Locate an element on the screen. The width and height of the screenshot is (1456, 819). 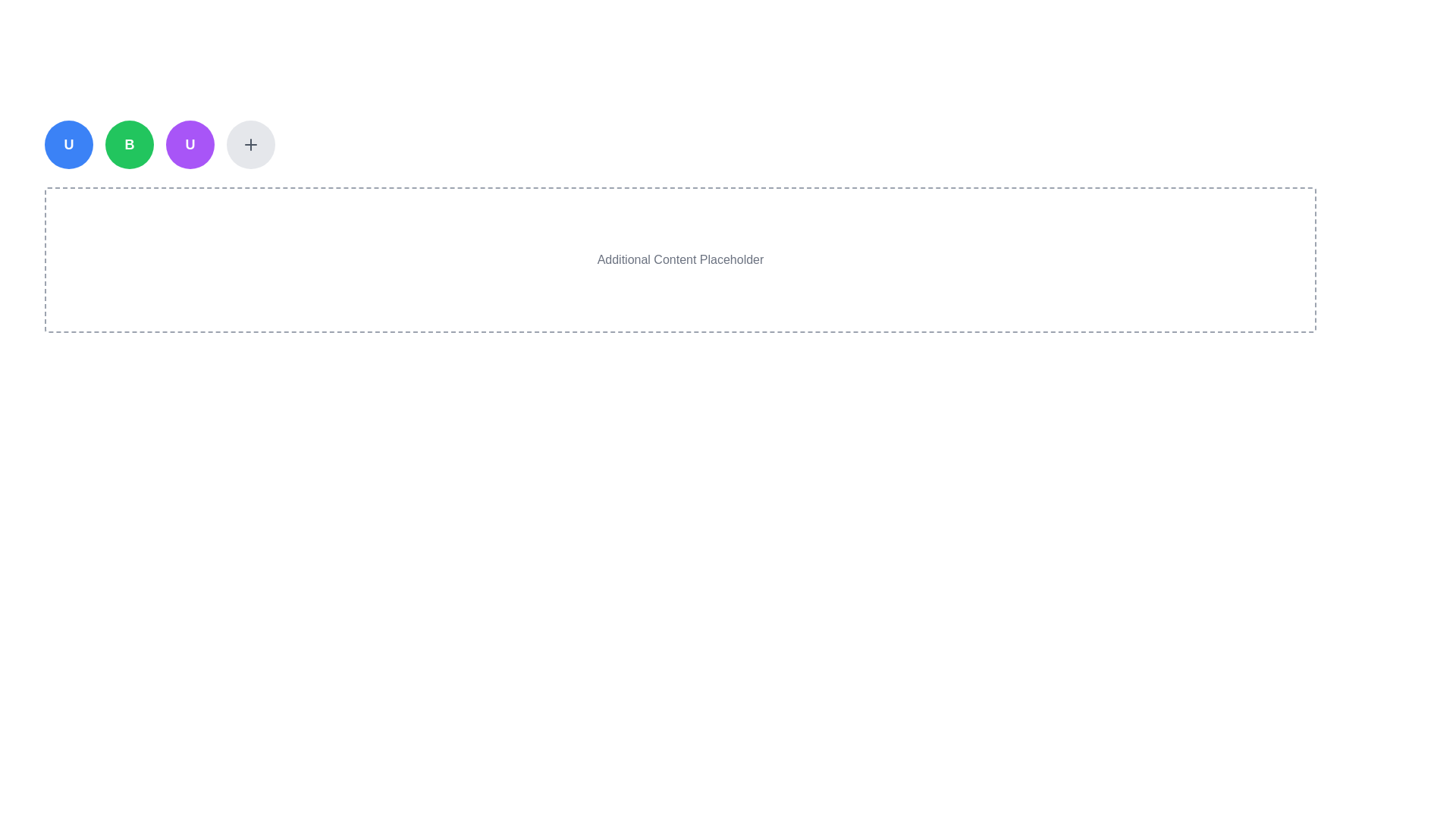
the Circle icon that represents 'Uchiha Sasuke', the first icon in a series of interactive icons located near the top left of the user interface is located at coordinates (68, 145).